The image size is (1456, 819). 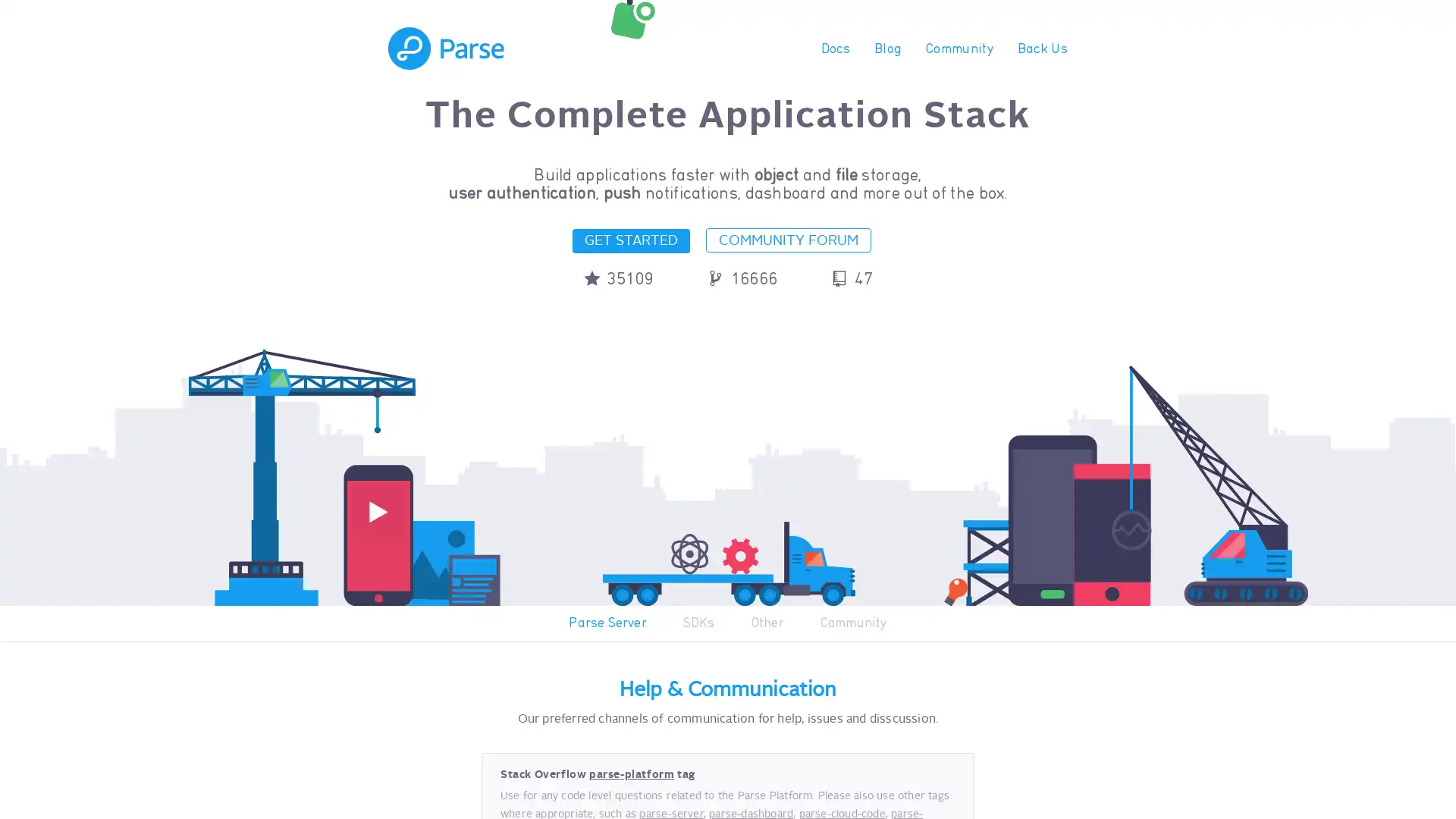 What do you see at coordinates (630, 240) in the screenshot?
I see `GET STARTED` at bounding box center [630, 240].